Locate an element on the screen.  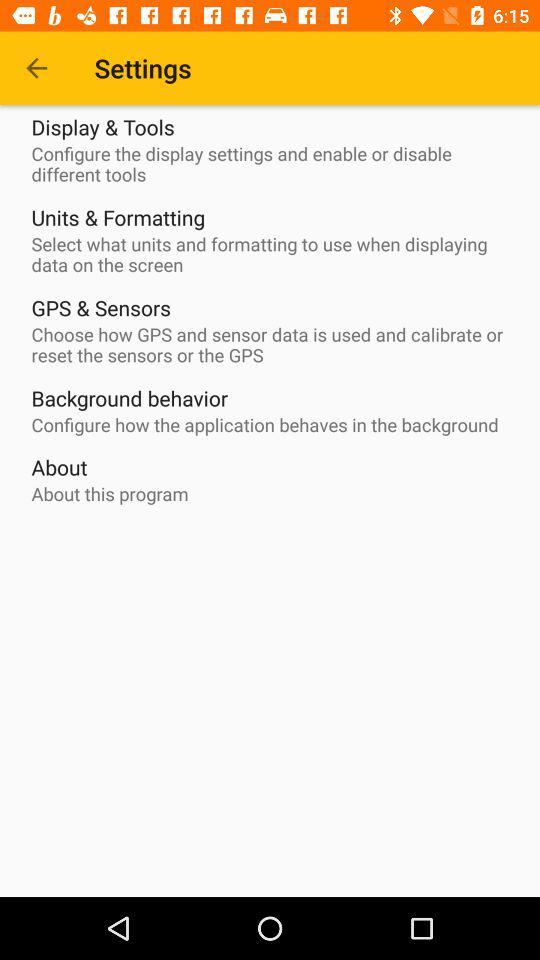
the icon below choose how gps item is located at coordinates (129, 397).